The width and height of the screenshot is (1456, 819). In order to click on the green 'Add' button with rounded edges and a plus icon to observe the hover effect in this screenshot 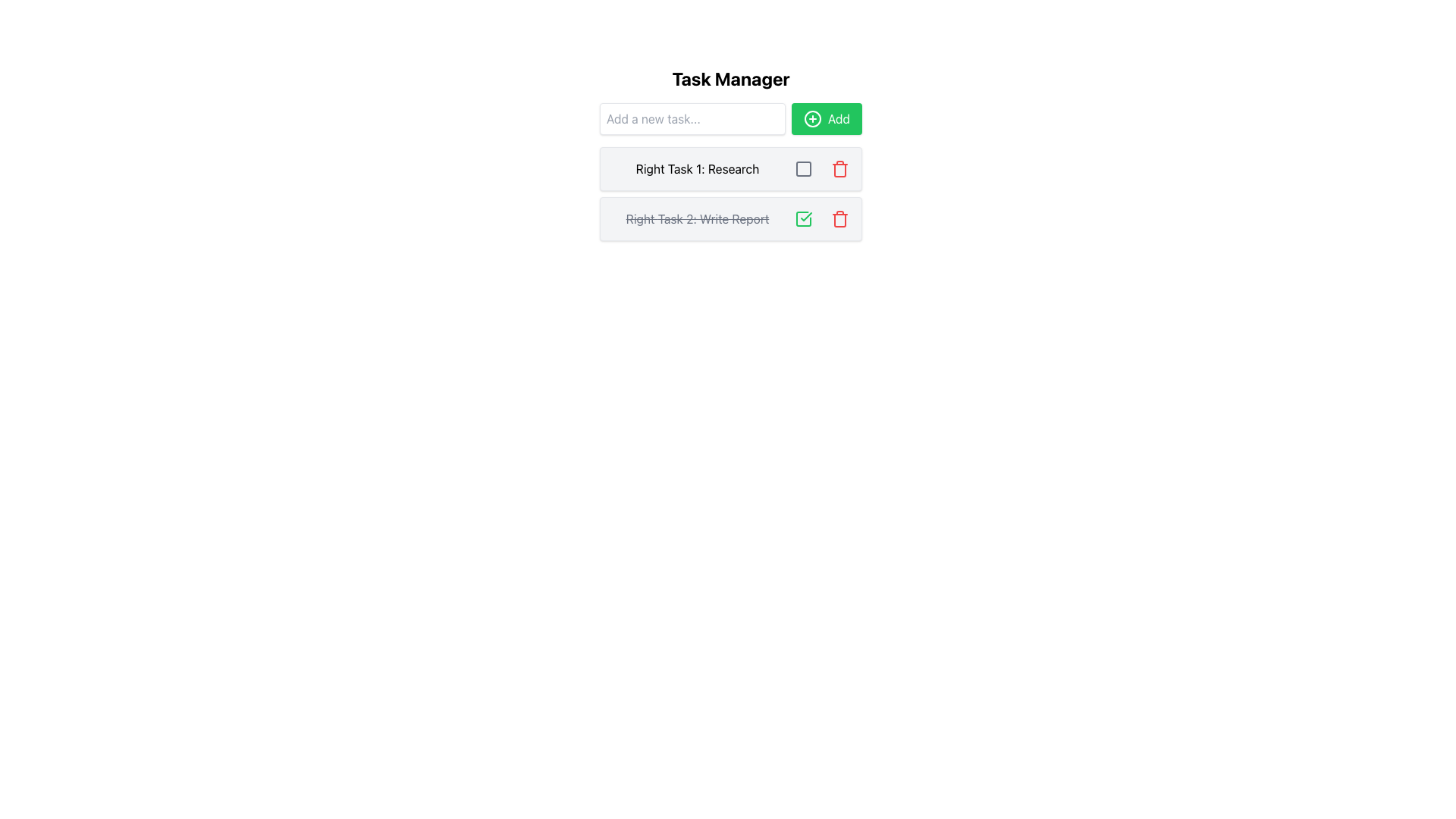, I will do `click(826, 118)`.